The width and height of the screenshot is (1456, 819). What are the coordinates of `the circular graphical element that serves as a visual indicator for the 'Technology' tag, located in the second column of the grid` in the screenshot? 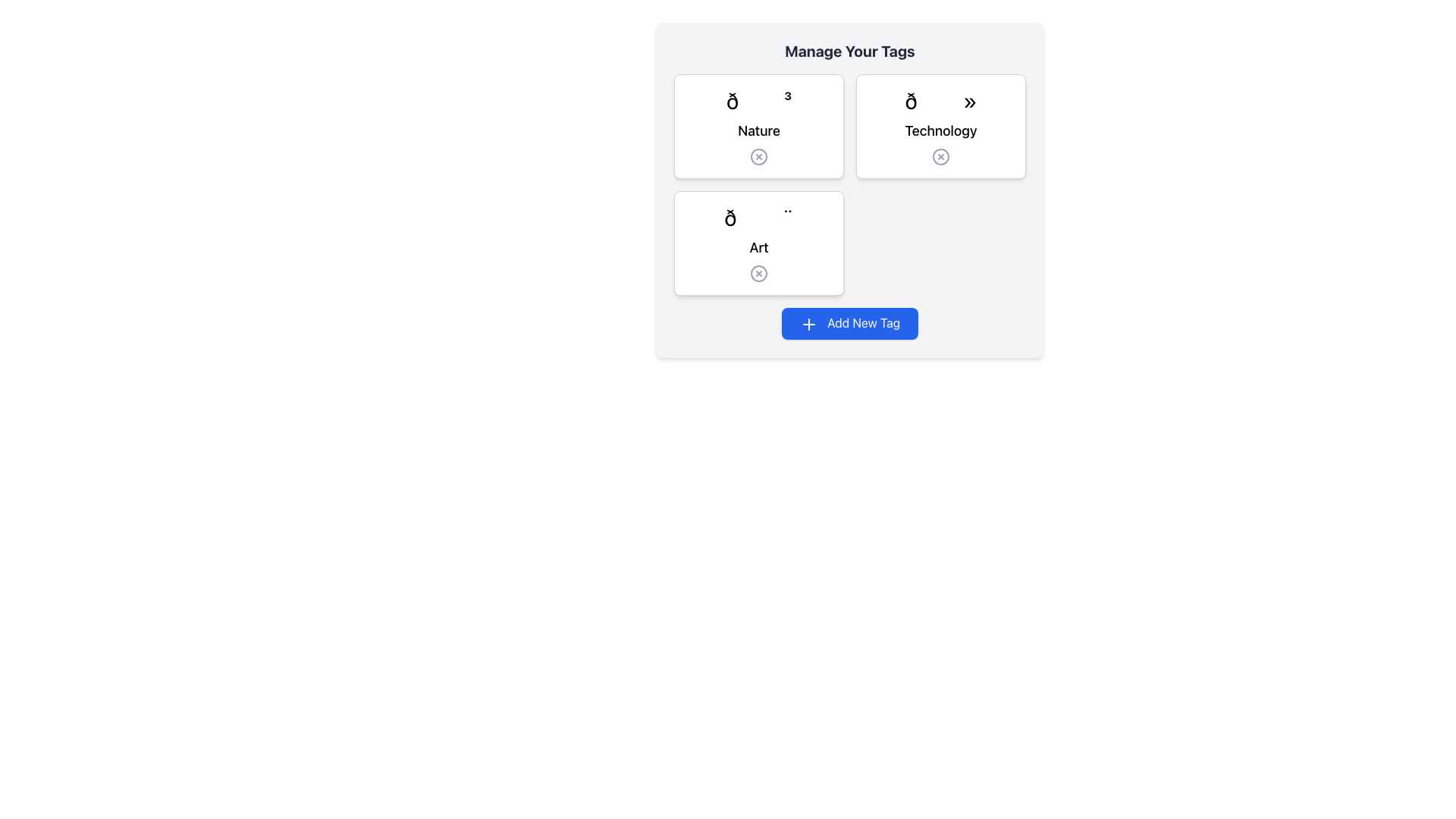 It's located at (940, 157).